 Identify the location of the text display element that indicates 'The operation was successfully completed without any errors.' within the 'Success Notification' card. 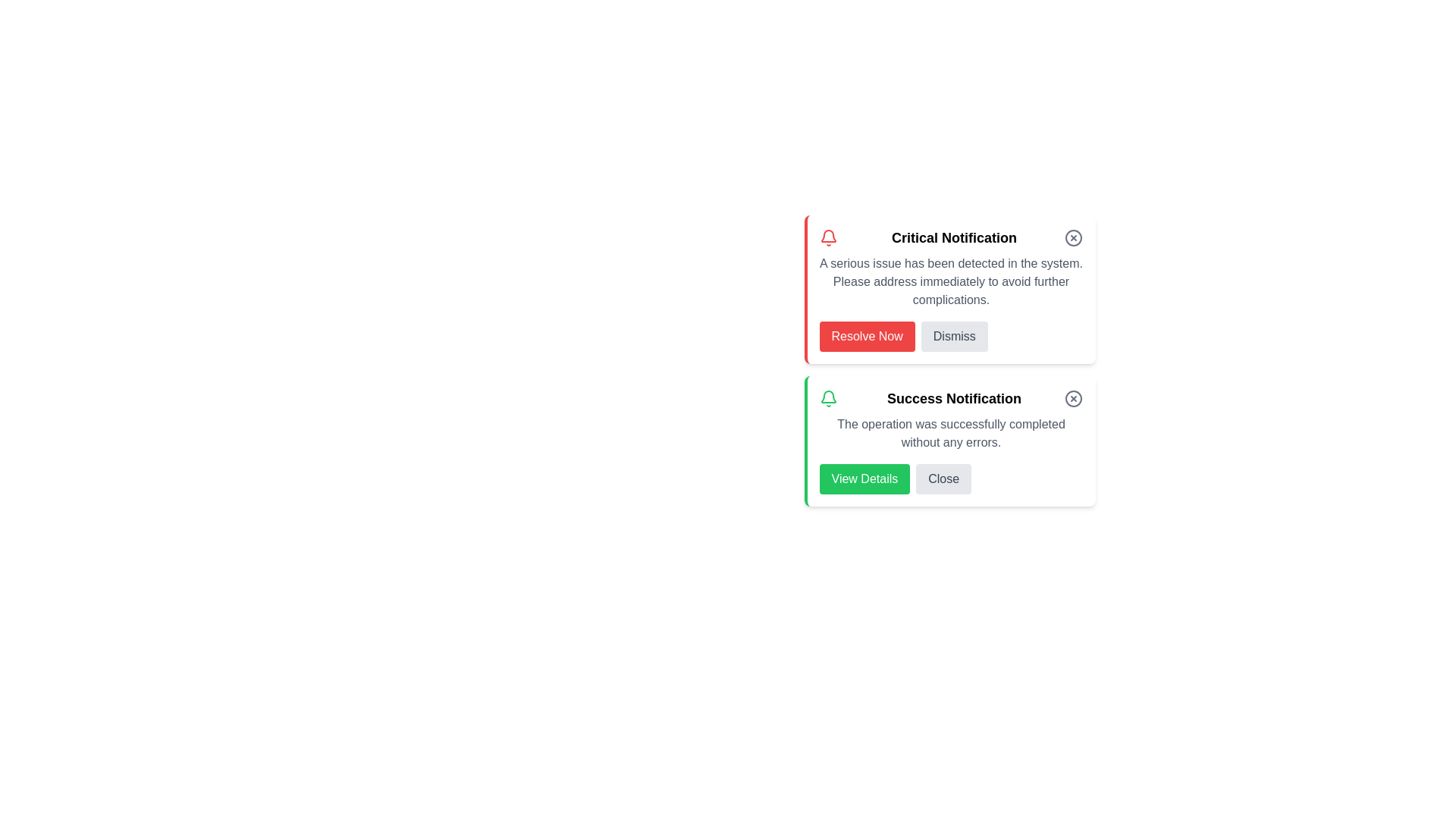
(950, 433).